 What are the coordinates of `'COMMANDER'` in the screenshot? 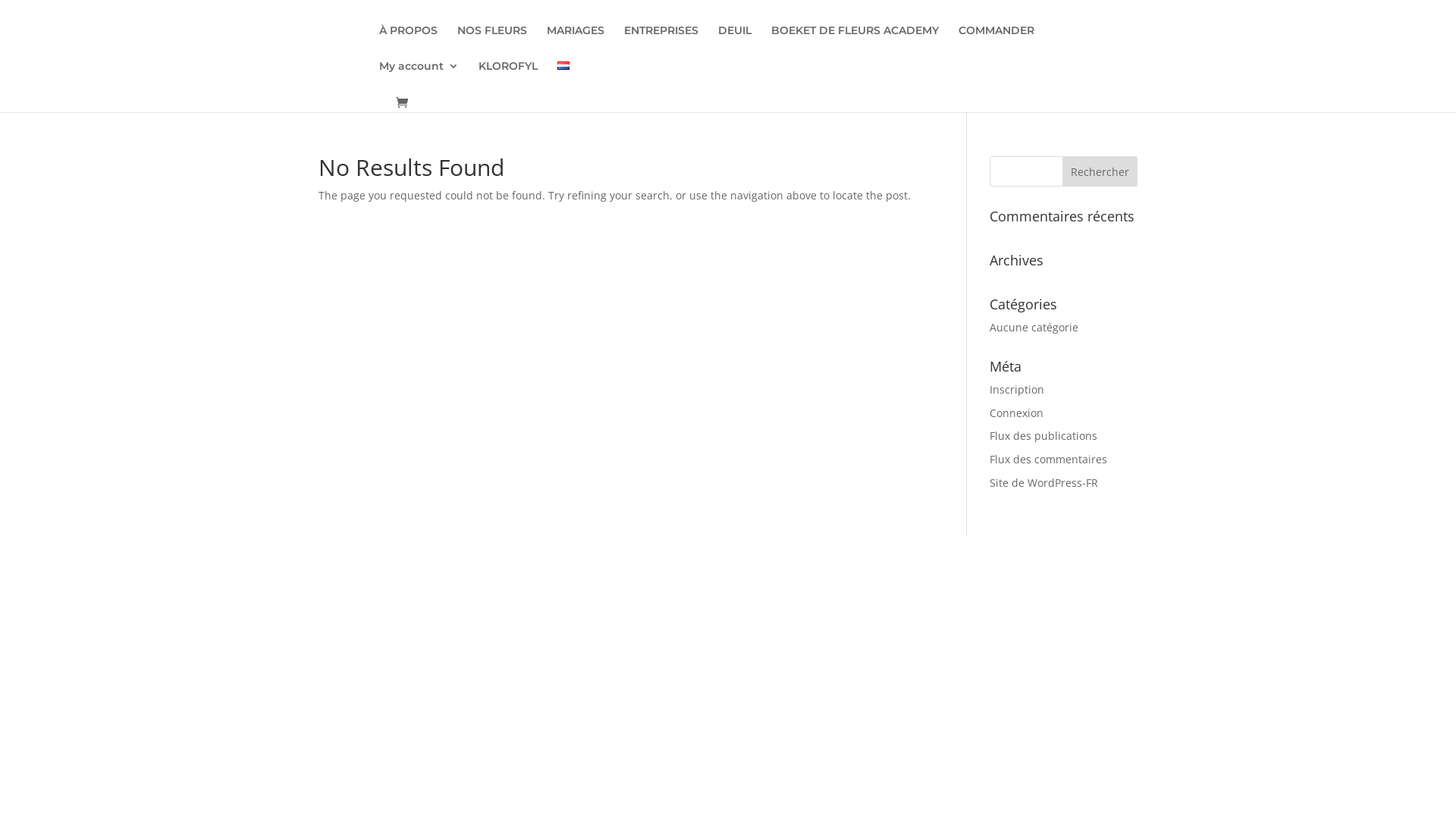 It's located at (996, 42).